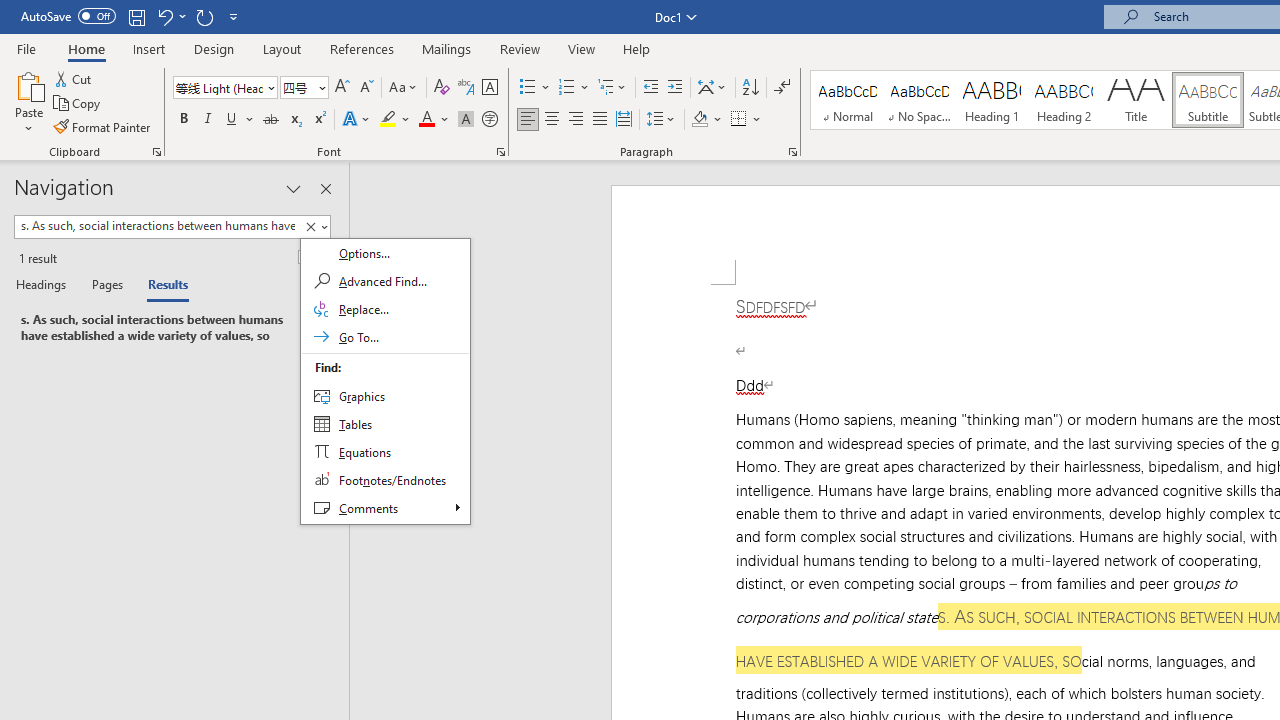 Image resolution: width=1280 pixels, height=720 pixels. What do you see at coordinates (699, 119) in the screenshot?
I see `'Shading RGB(0, 0, 0)'` at bounding box center [699, 119].